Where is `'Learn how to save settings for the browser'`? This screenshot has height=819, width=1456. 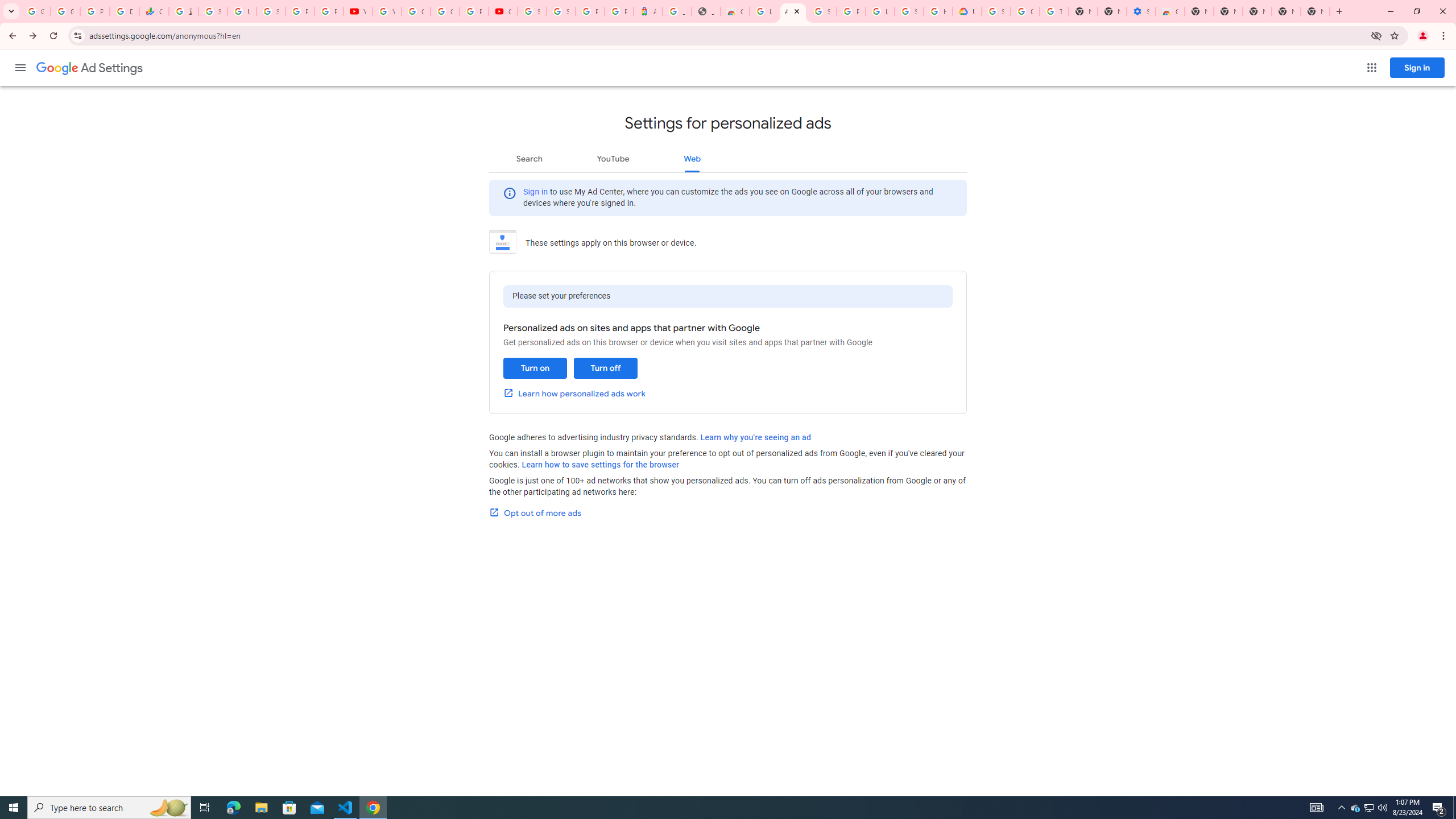 'Learn how to save settings for the browser' is located at coordinates (600, 464).